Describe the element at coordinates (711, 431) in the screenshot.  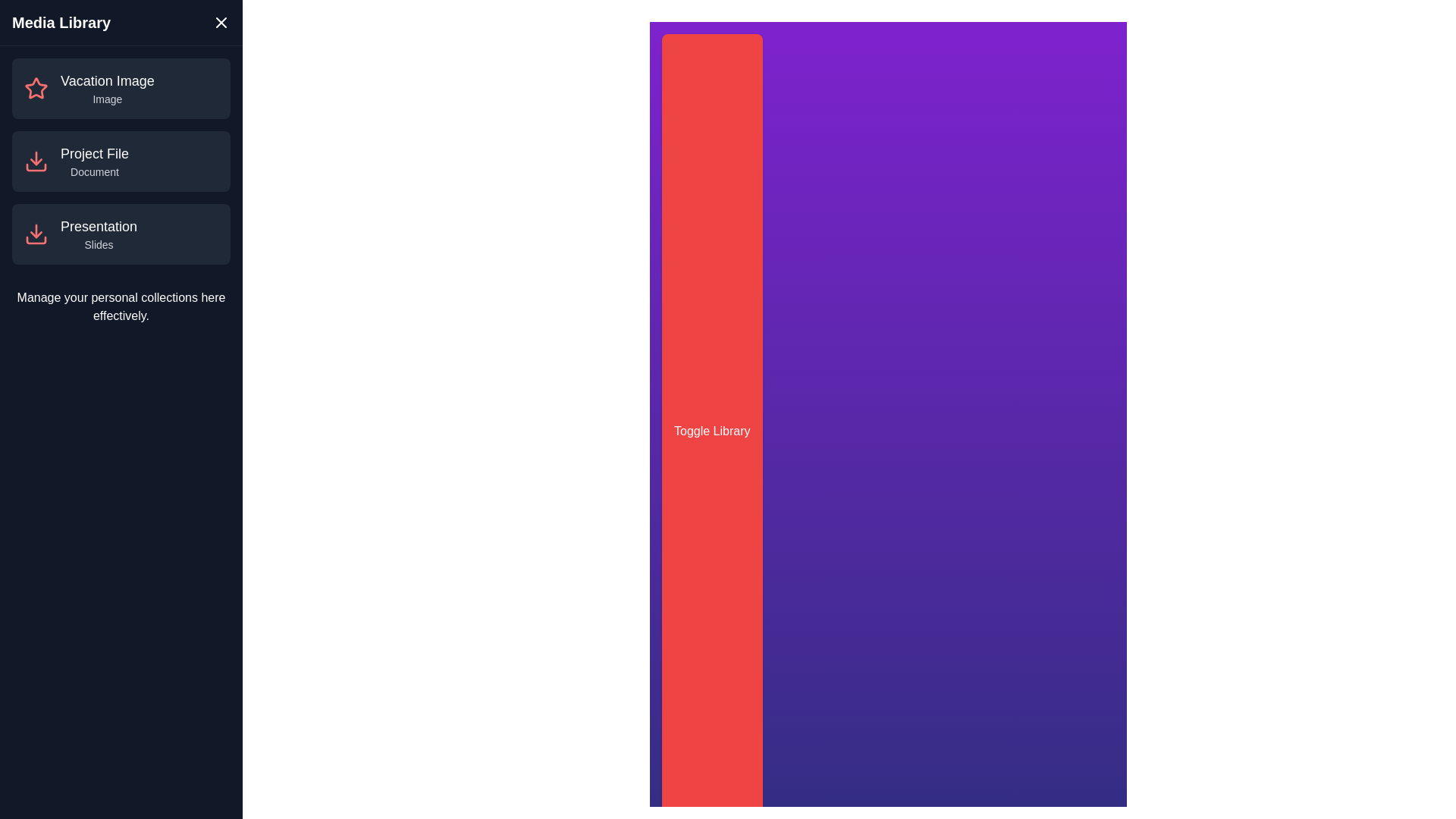
I see `the 'Toggle Library' button to toggle the visibility of the Media Library panel` at that location.